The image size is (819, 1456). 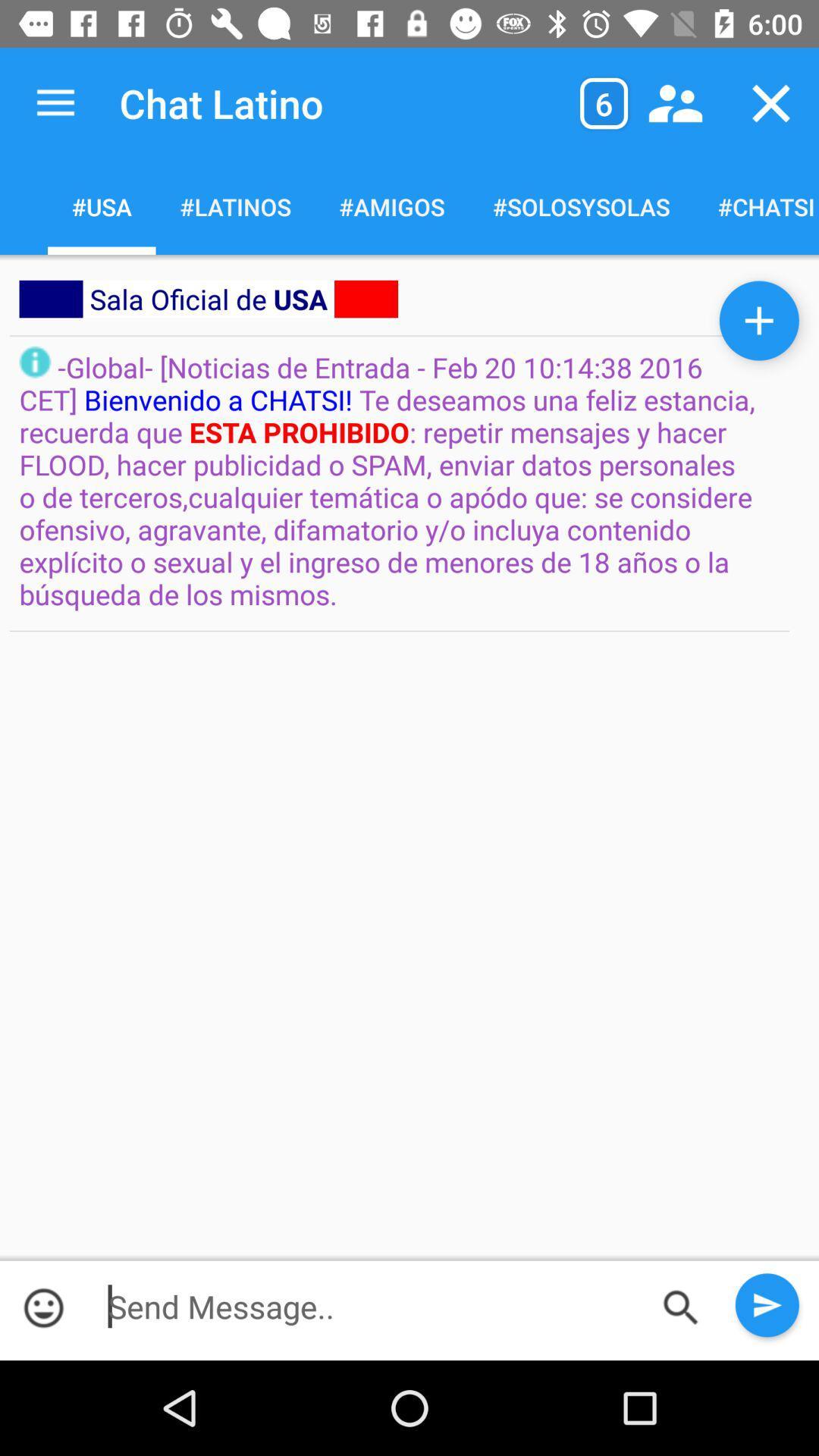 I want to click on 6 in the box, so click(x=603, y=102).